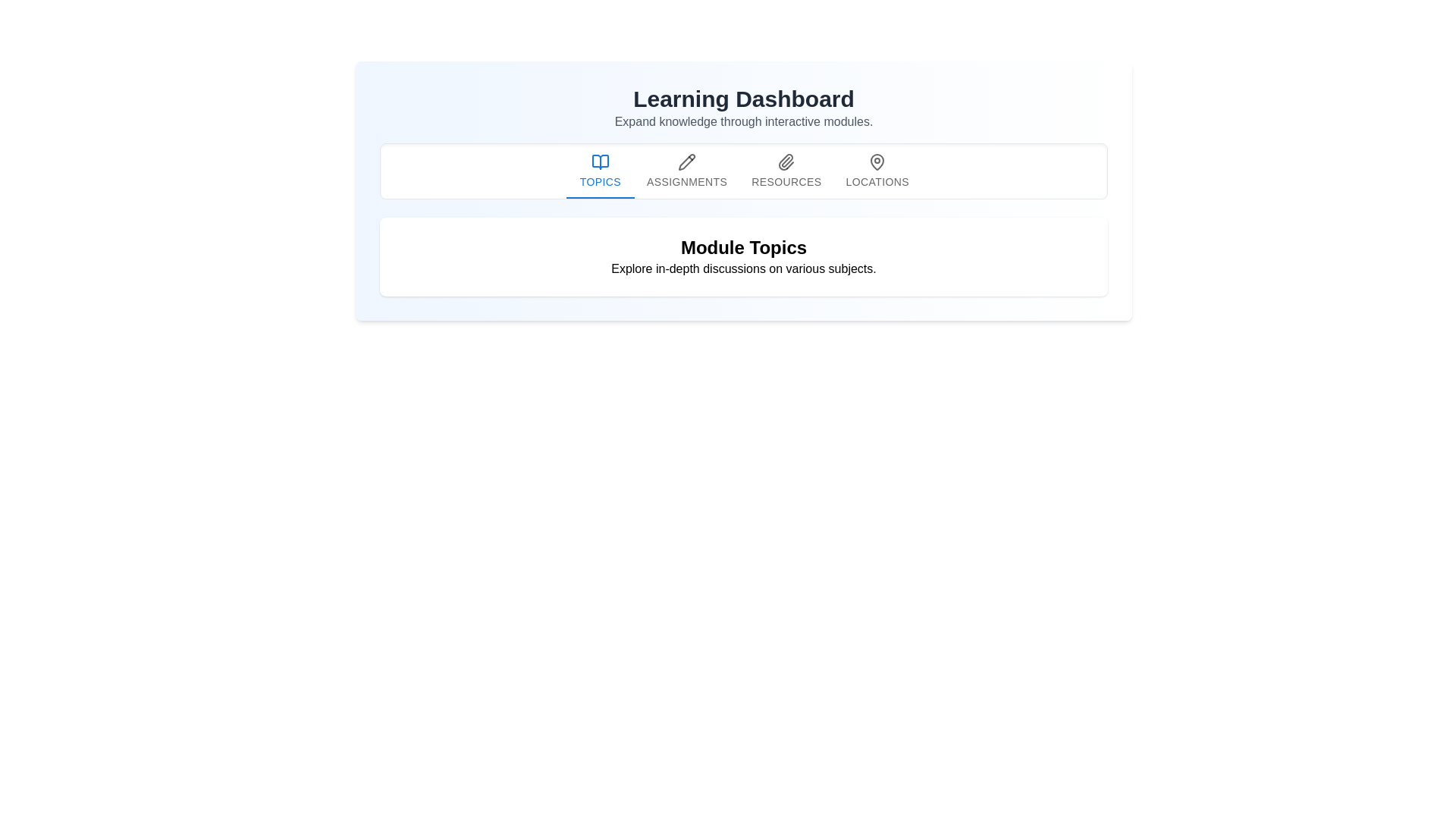 This screenshot has width=1456, height=819. I want to click on the horizontal line indicator located just below the 'Topics' tab button in the navigation bar of the Learning Dashboard, so click(600, 197).